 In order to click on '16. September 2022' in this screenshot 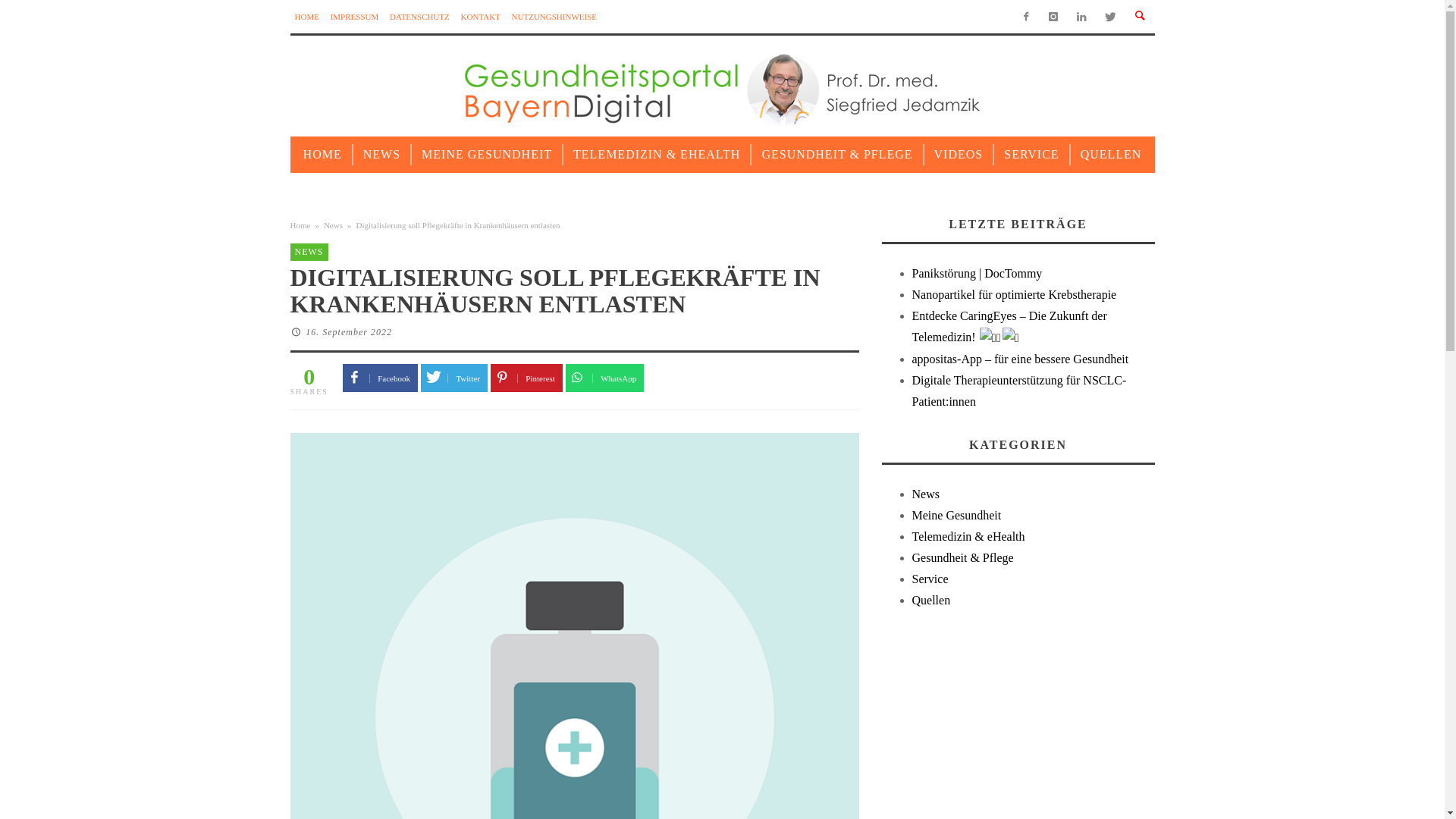, I will do `click(348, 331)`.